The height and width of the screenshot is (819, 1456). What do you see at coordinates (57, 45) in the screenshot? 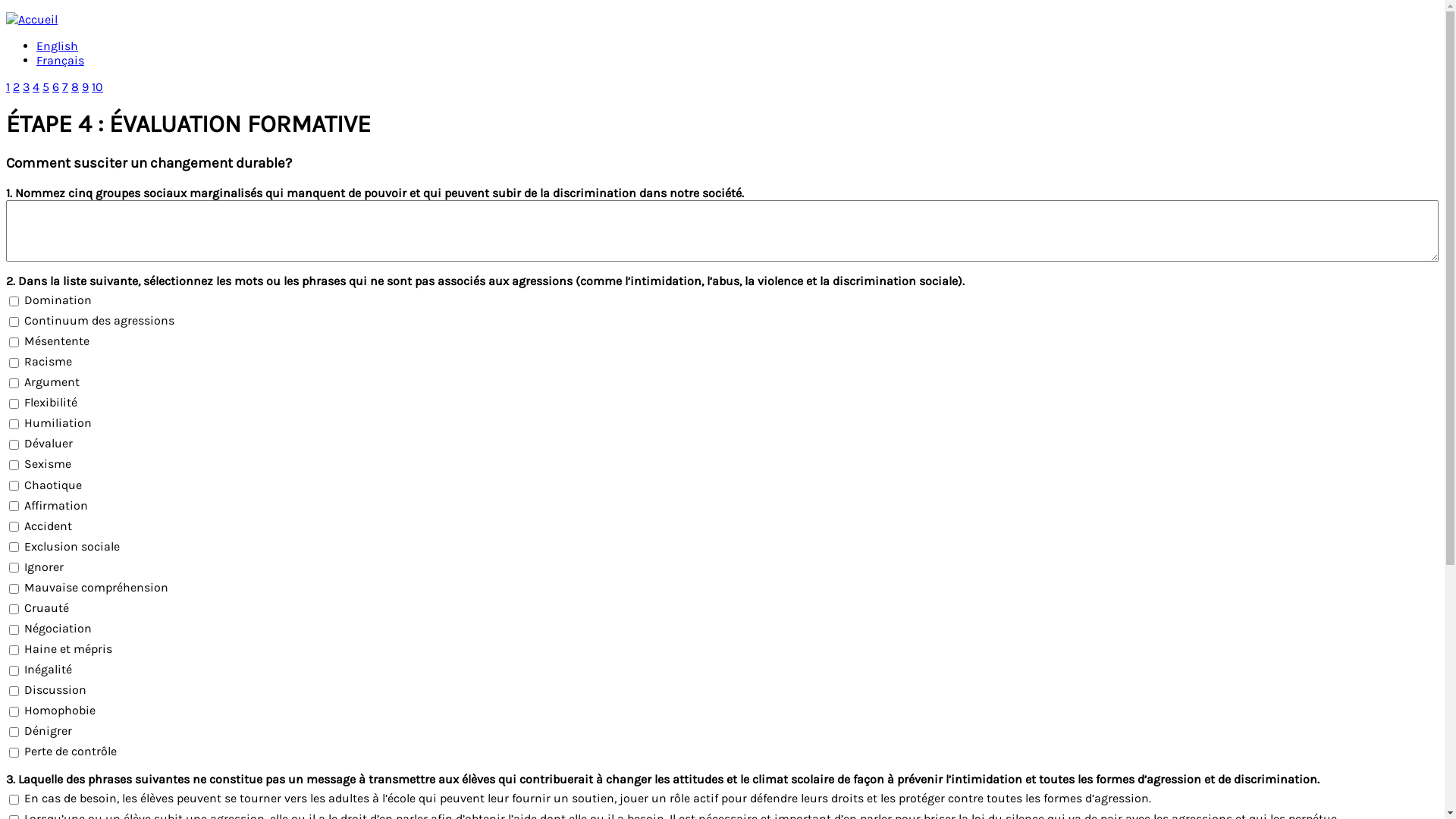
I see `'English'` at bounding box center [57, 45].